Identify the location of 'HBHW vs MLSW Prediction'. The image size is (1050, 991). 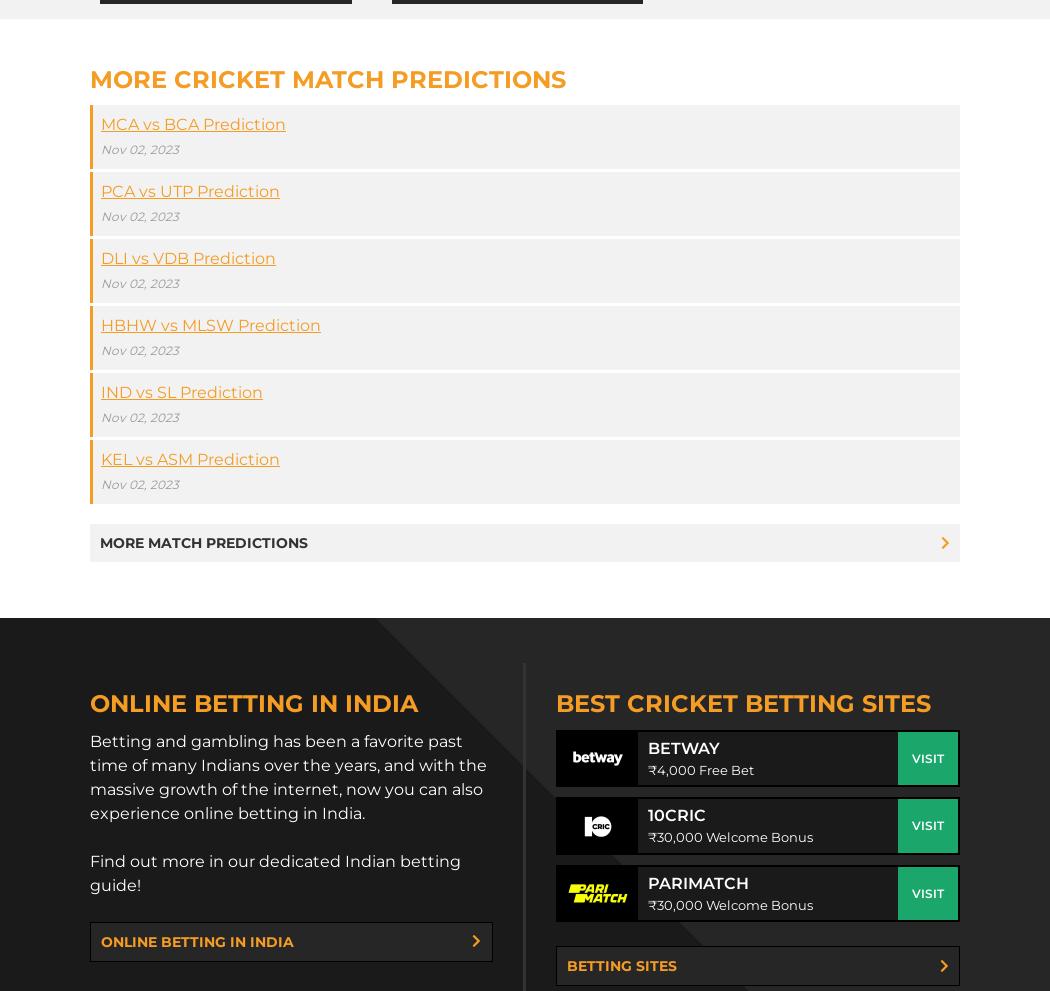
(210, 325).